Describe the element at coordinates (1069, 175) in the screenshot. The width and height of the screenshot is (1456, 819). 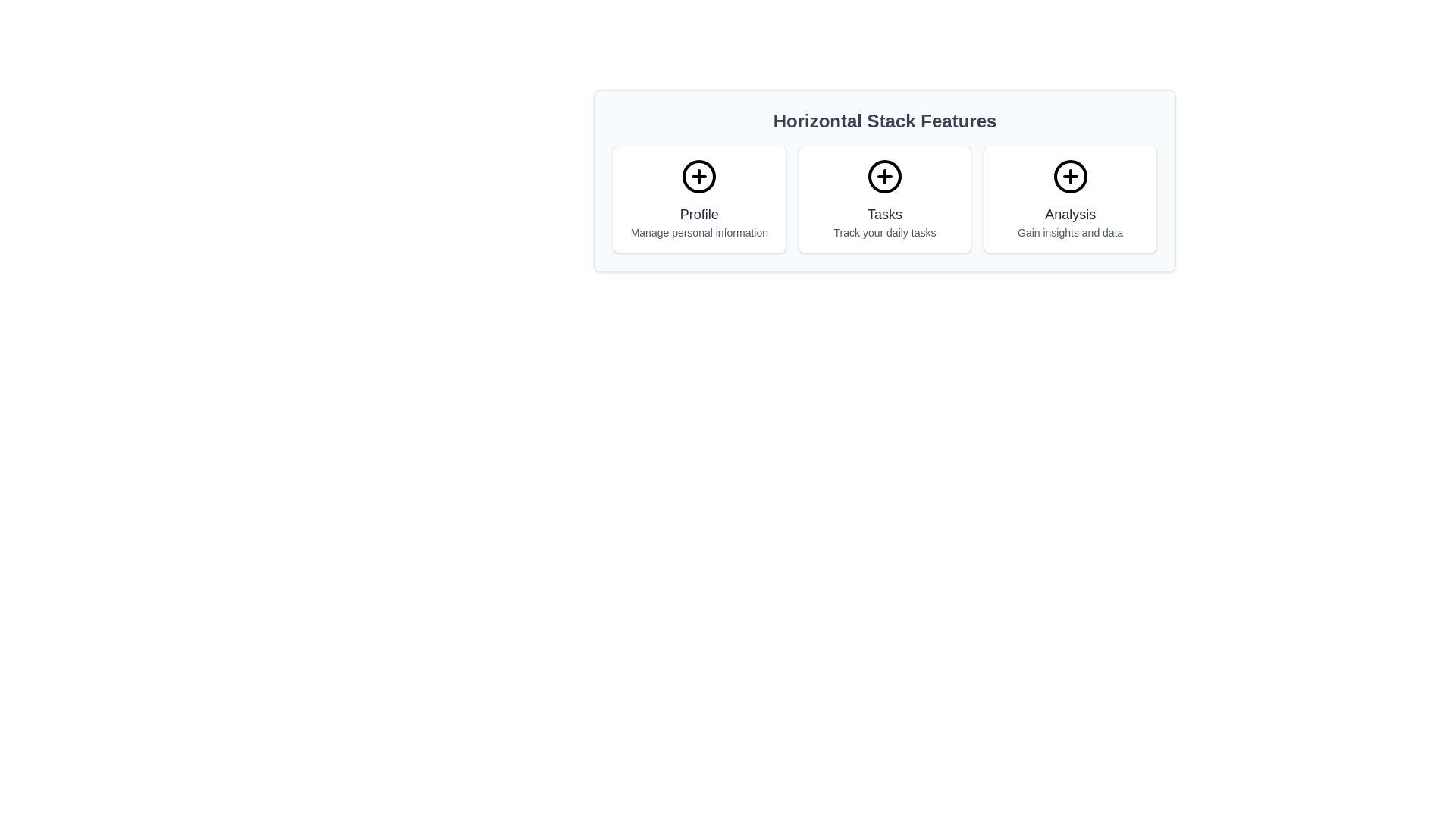
I see `the circular orange icon with a cross inside, located at the top center of the 'Analysis' card, if it is interactive` at that location.